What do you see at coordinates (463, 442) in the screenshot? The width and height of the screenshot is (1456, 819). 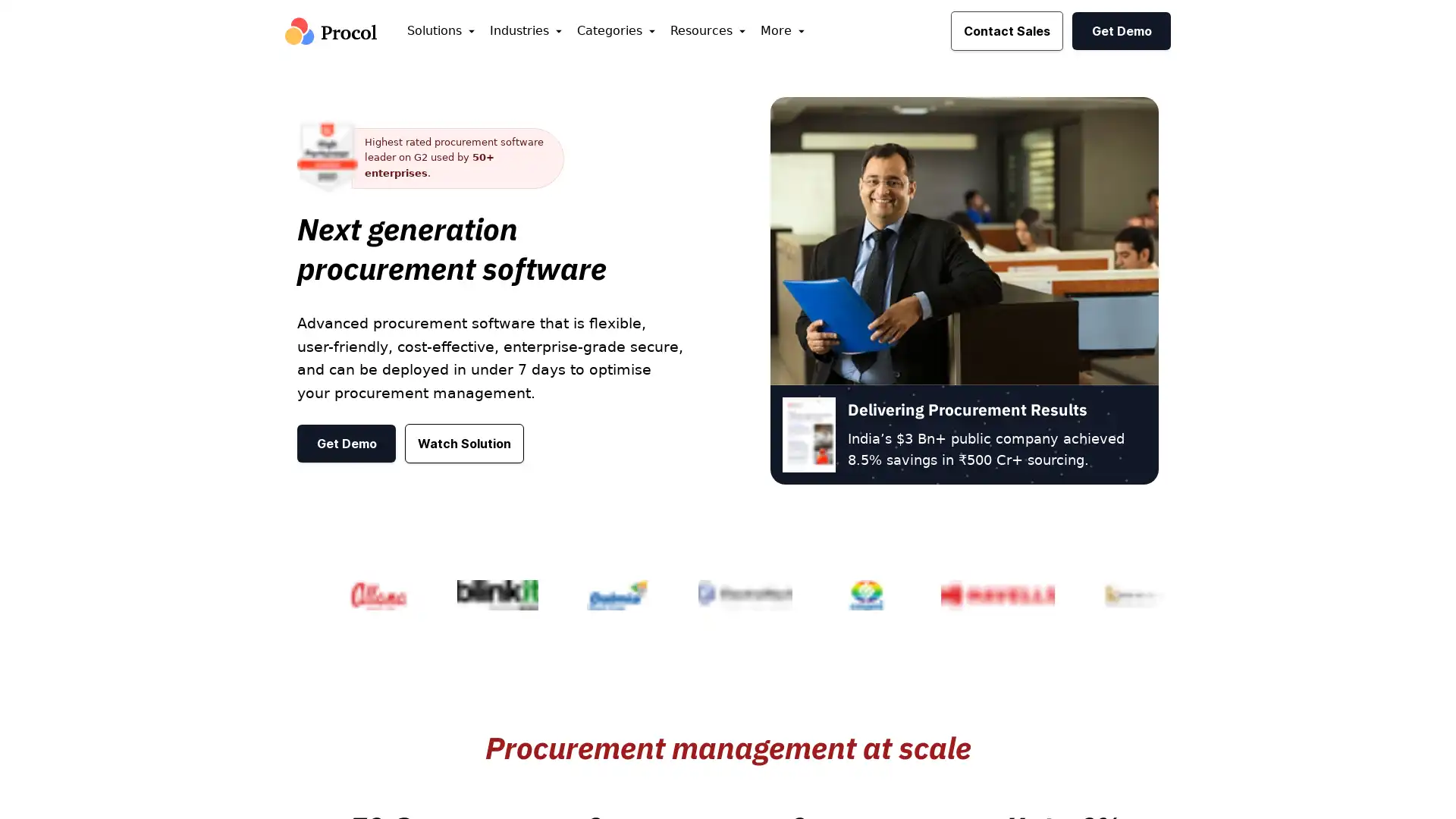 I see `Watch Solution` at bounding box center [463, 442].